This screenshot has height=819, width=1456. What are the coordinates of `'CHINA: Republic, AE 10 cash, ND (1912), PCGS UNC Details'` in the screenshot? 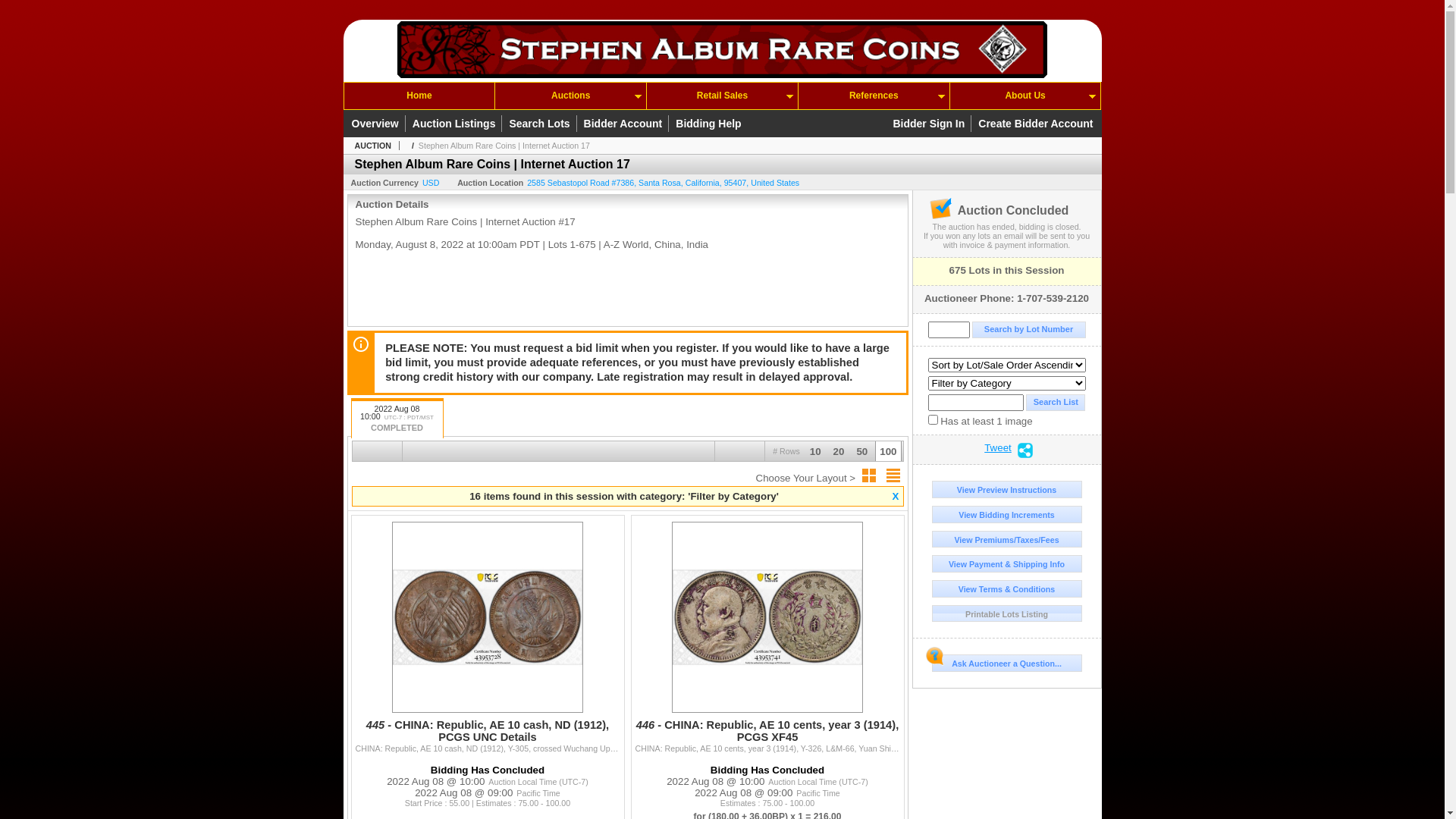 It's located at (488, 715).